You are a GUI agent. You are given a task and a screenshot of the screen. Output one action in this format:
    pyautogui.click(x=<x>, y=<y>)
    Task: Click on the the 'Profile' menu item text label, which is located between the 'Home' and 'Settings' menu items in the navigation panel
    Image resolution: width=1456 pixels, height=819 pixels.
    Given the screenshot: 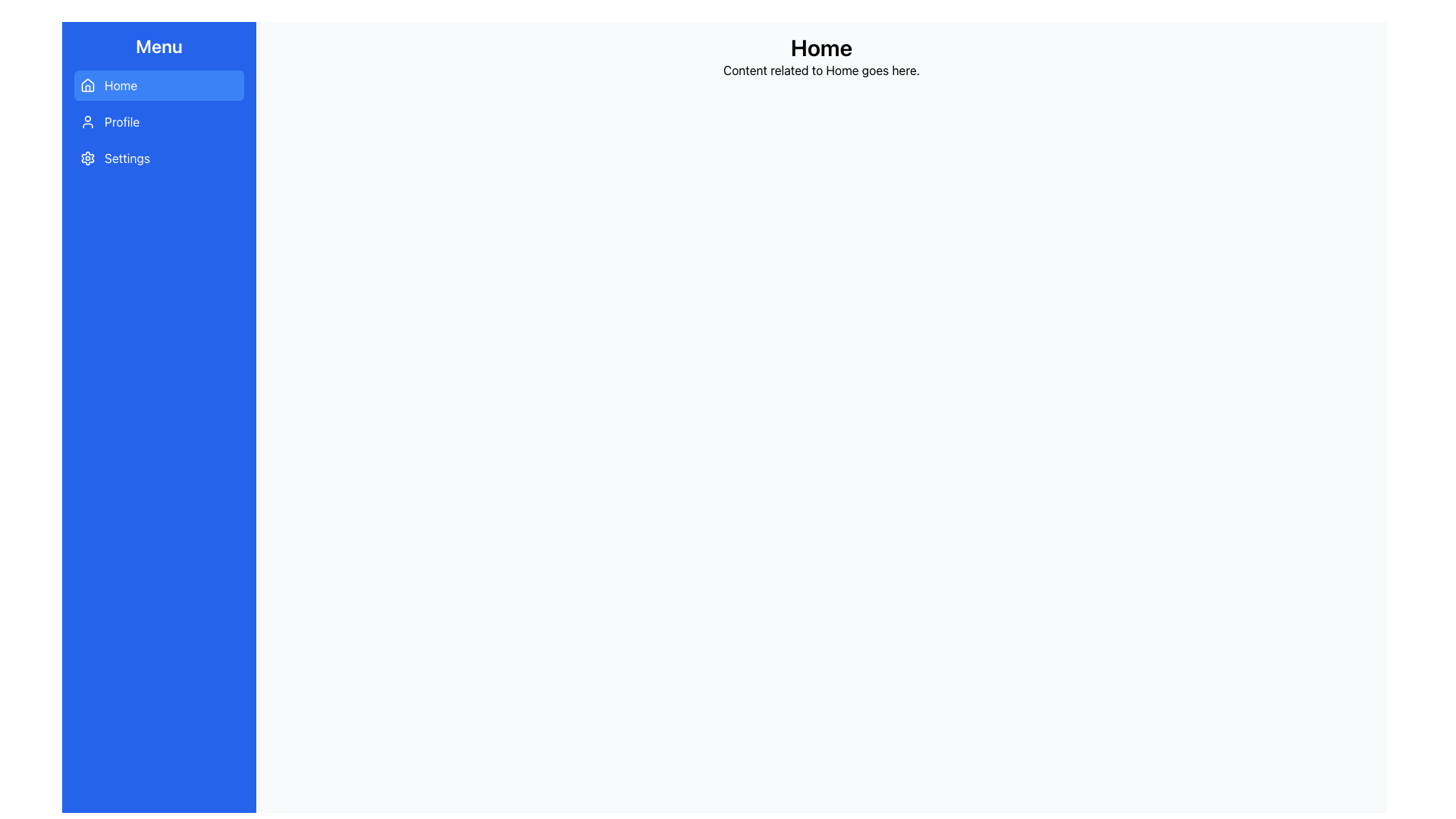 What is the action you would take?
    pyautogui.click(x=122, y=121)
    